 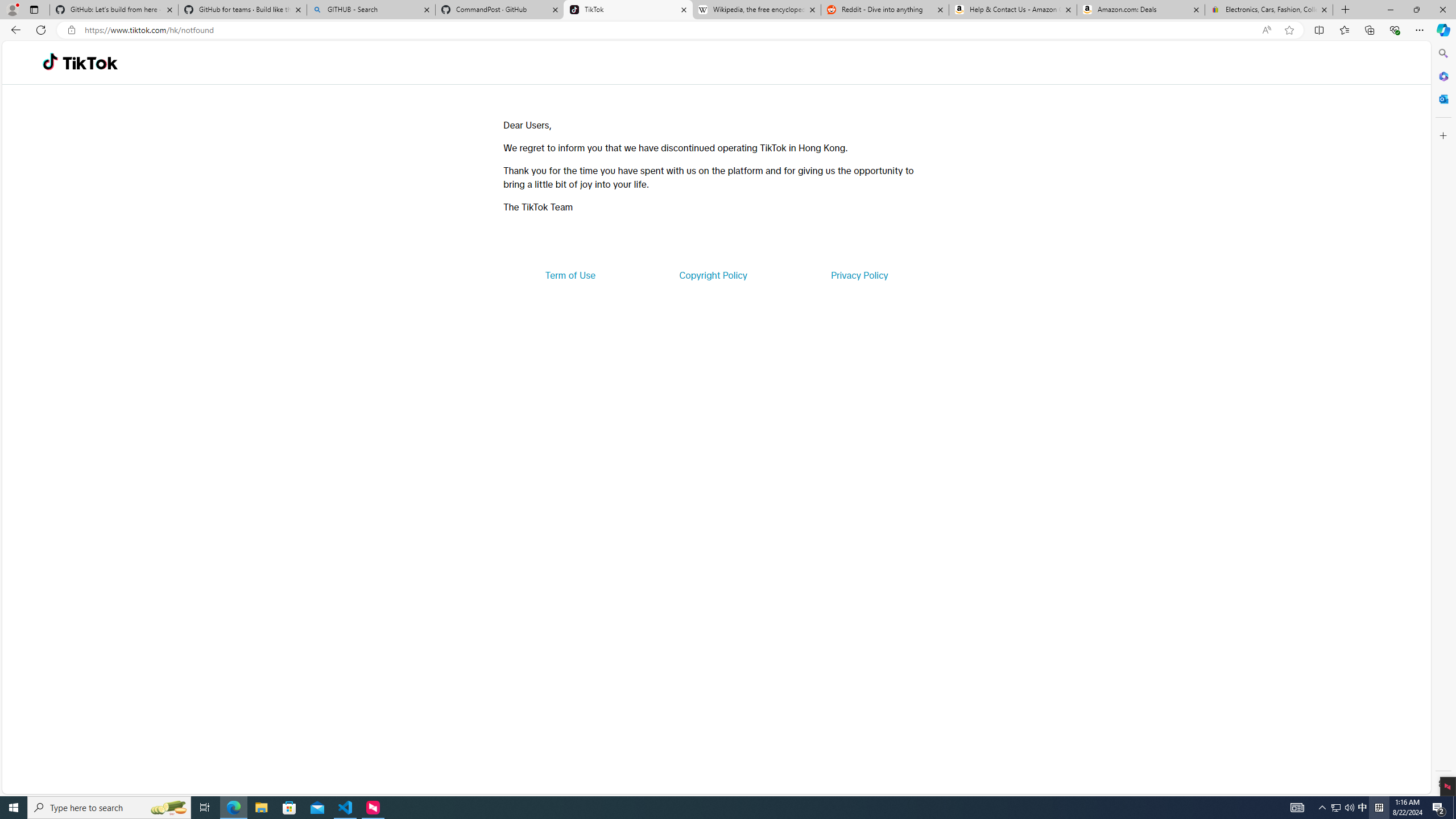 What do you see at coordinates (1389, 9) in the screenshot?
I see `'Minimize'` at bounding box center [1389, 9].